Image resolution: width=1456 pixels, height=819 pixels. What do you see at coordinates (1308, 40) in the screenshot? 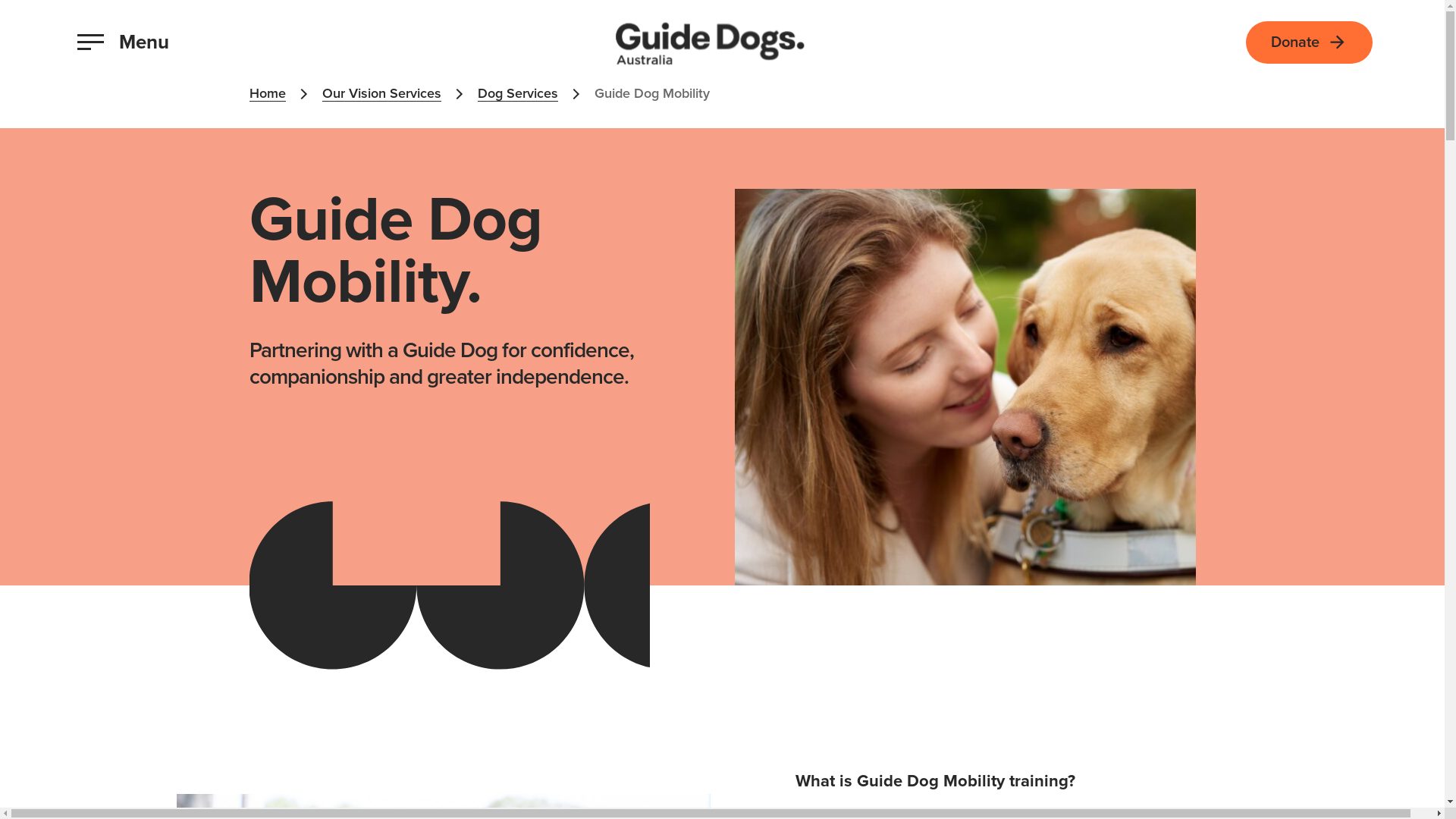
I see `'Donate'` at bounding box center [1308, 40].